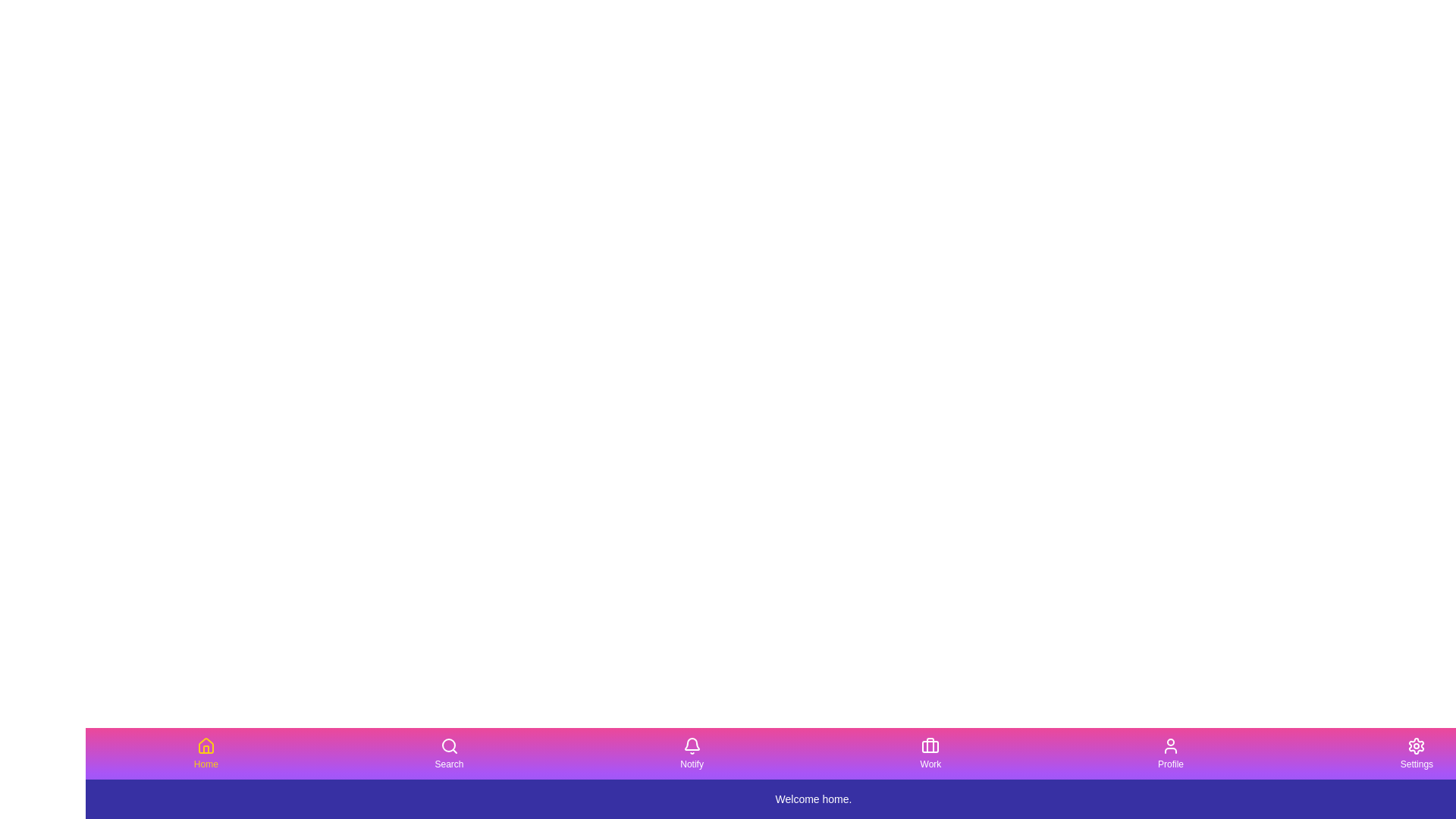 This screenshot has width=1456, height=819. I want to click on the Work button, so click(930, 754).